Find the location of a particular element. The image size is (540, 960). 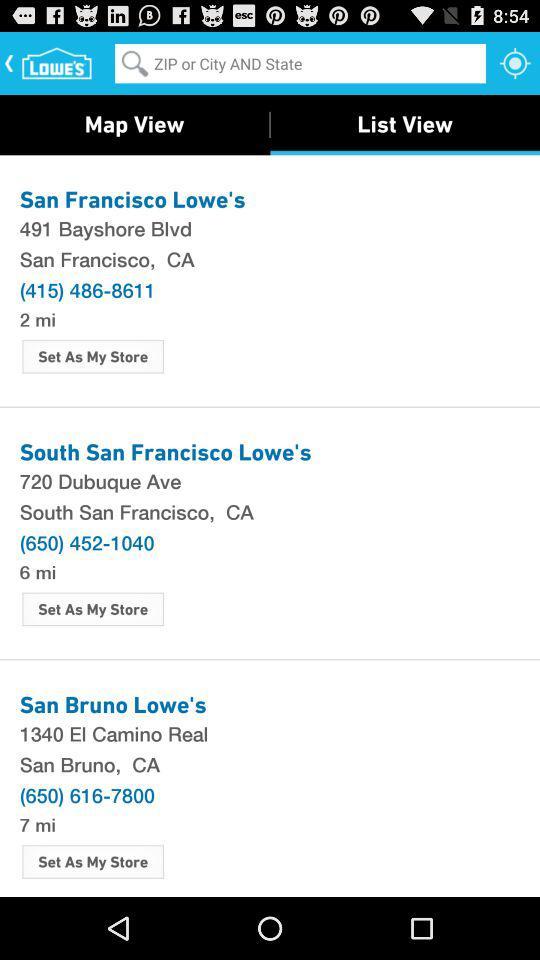

map view icon is located at coordinates (134, 123).